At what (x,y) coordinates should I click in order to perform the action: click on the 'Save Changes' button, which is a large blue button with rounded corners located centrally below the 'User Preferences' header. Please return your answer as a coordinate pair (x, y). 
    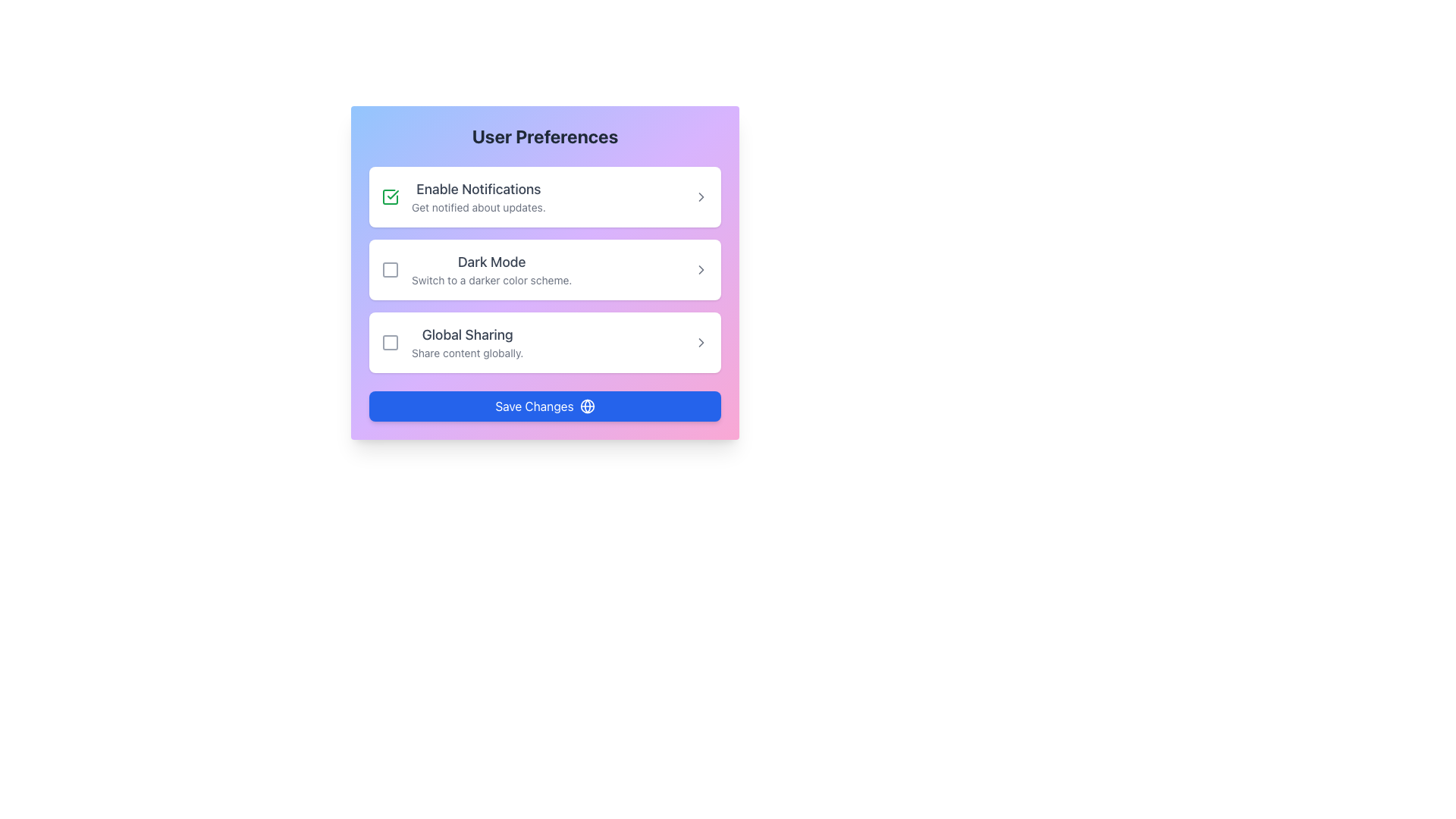
    Looking at the image, I should click on (545, 406).